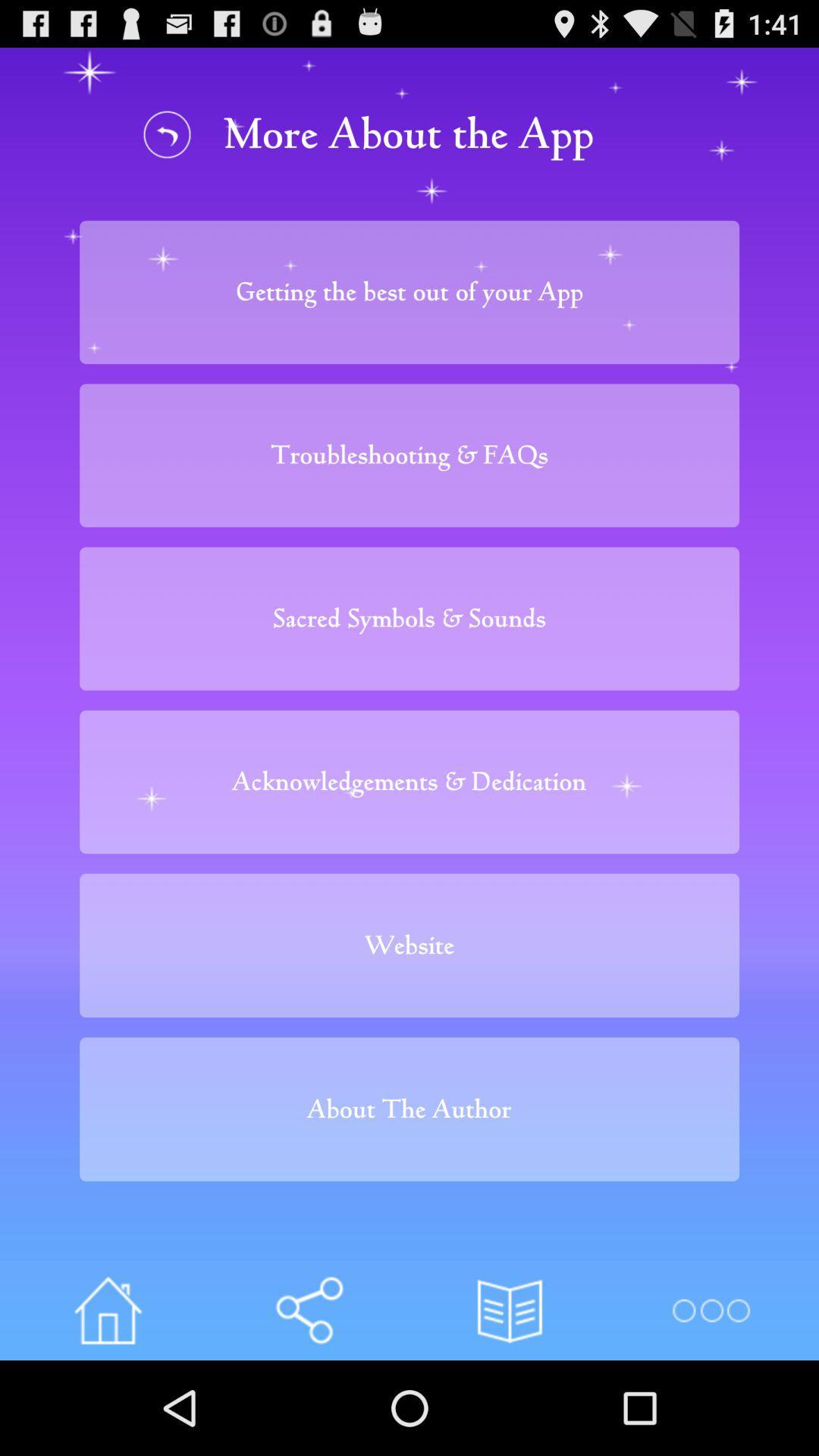  Describe the element at coordinates (308, 1310) in the screenshot. I see `links` at that location.